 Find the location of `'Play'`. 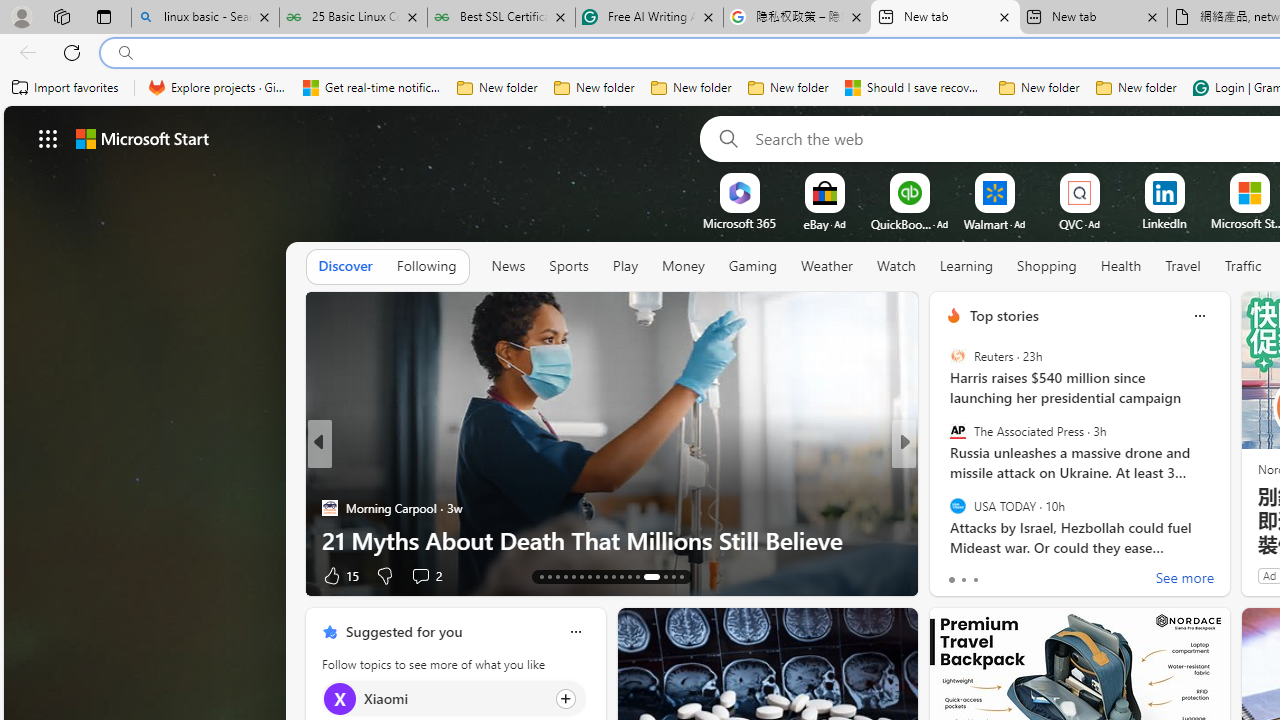

'Play' is located at coordinates (624, 265).